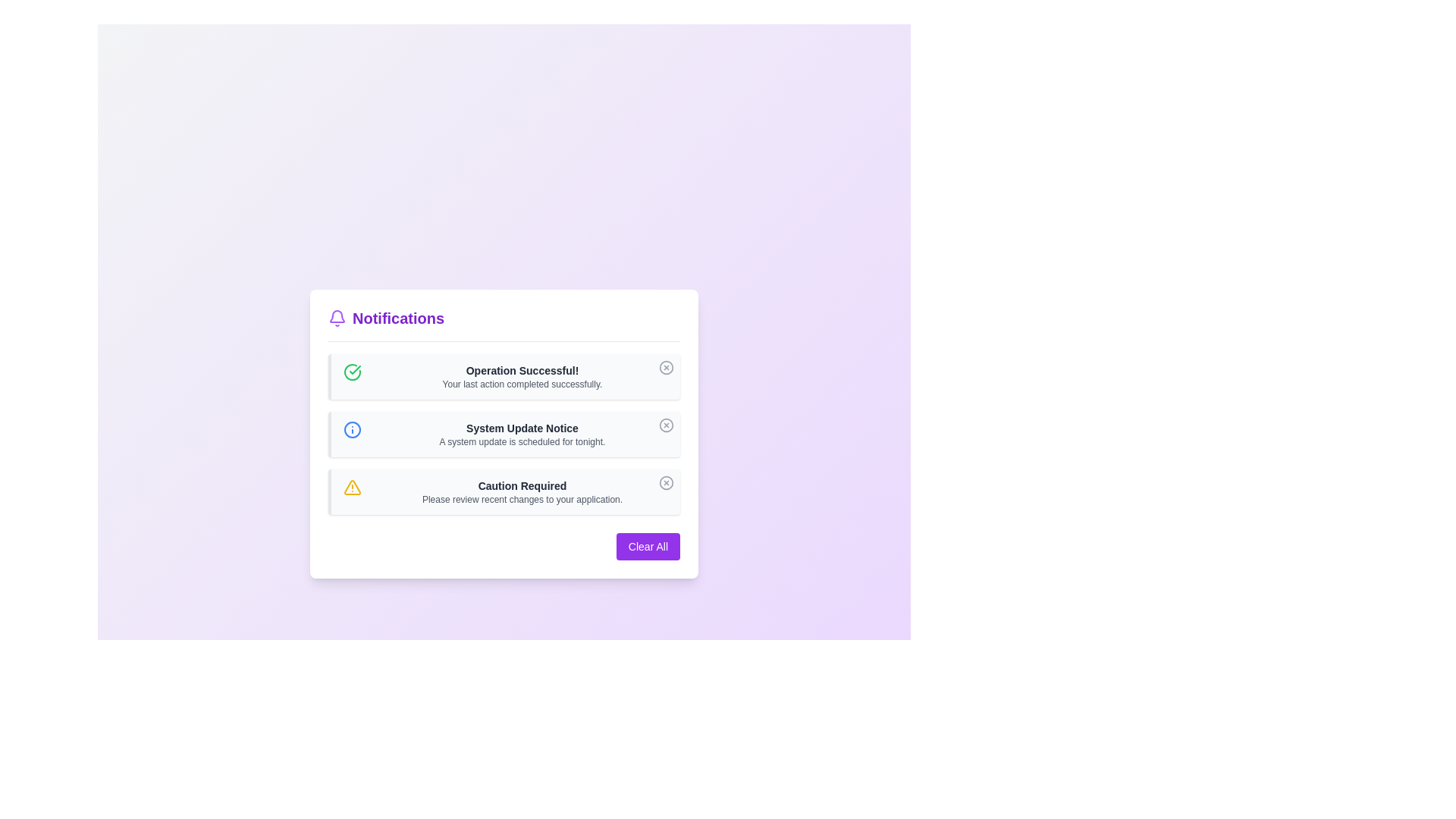 This screenshot has width=1456, height=819. I want to click on the Notification Item that contains the text 'Caution Required' styled in bold, which appears as a warning notification with a yellow icon and light gray background, so click(522, 491).